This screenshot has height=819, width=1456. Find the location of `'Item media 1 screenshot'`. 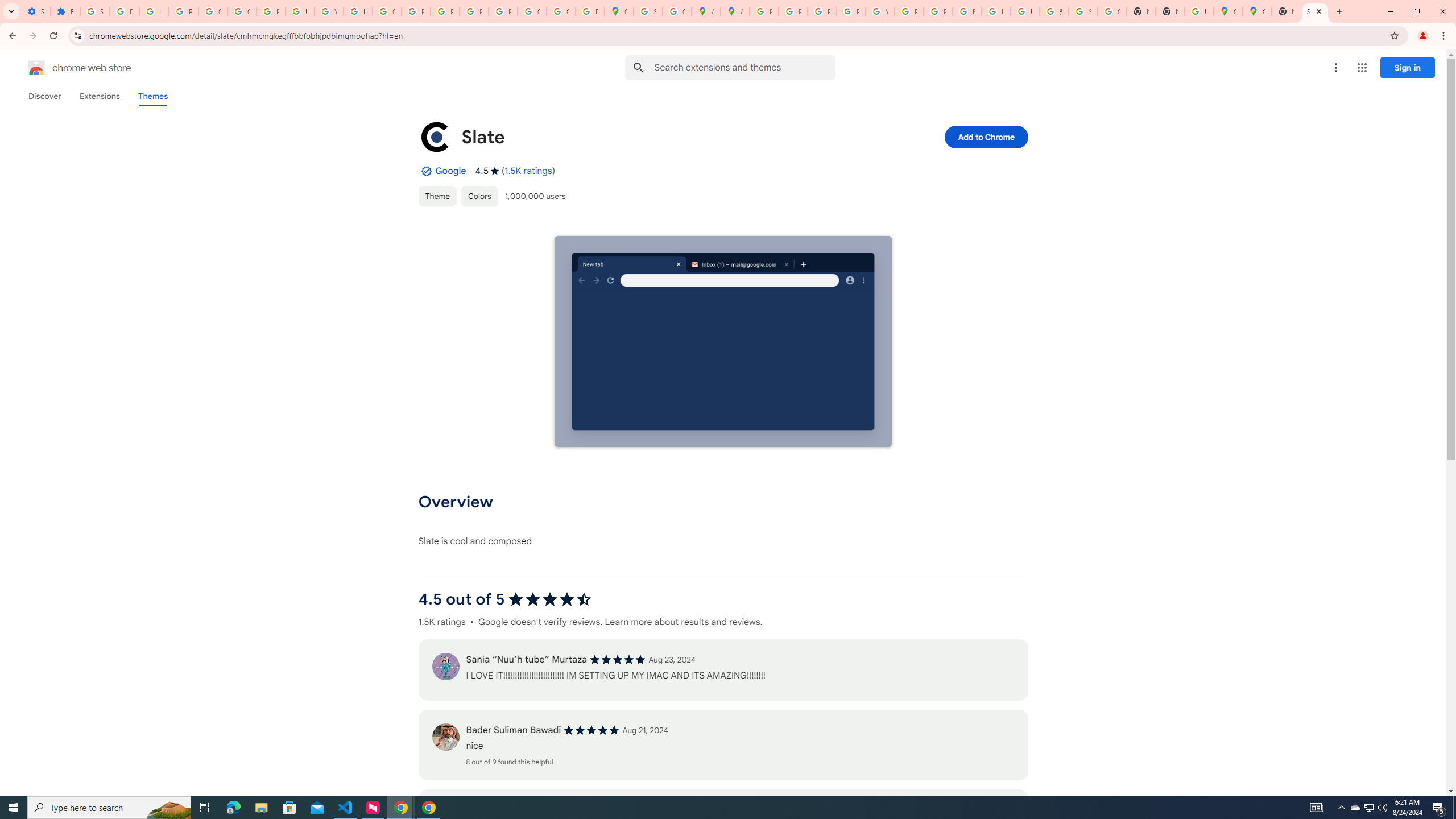

'Item media 1 screenshot' is located at coordinates (723, 342).